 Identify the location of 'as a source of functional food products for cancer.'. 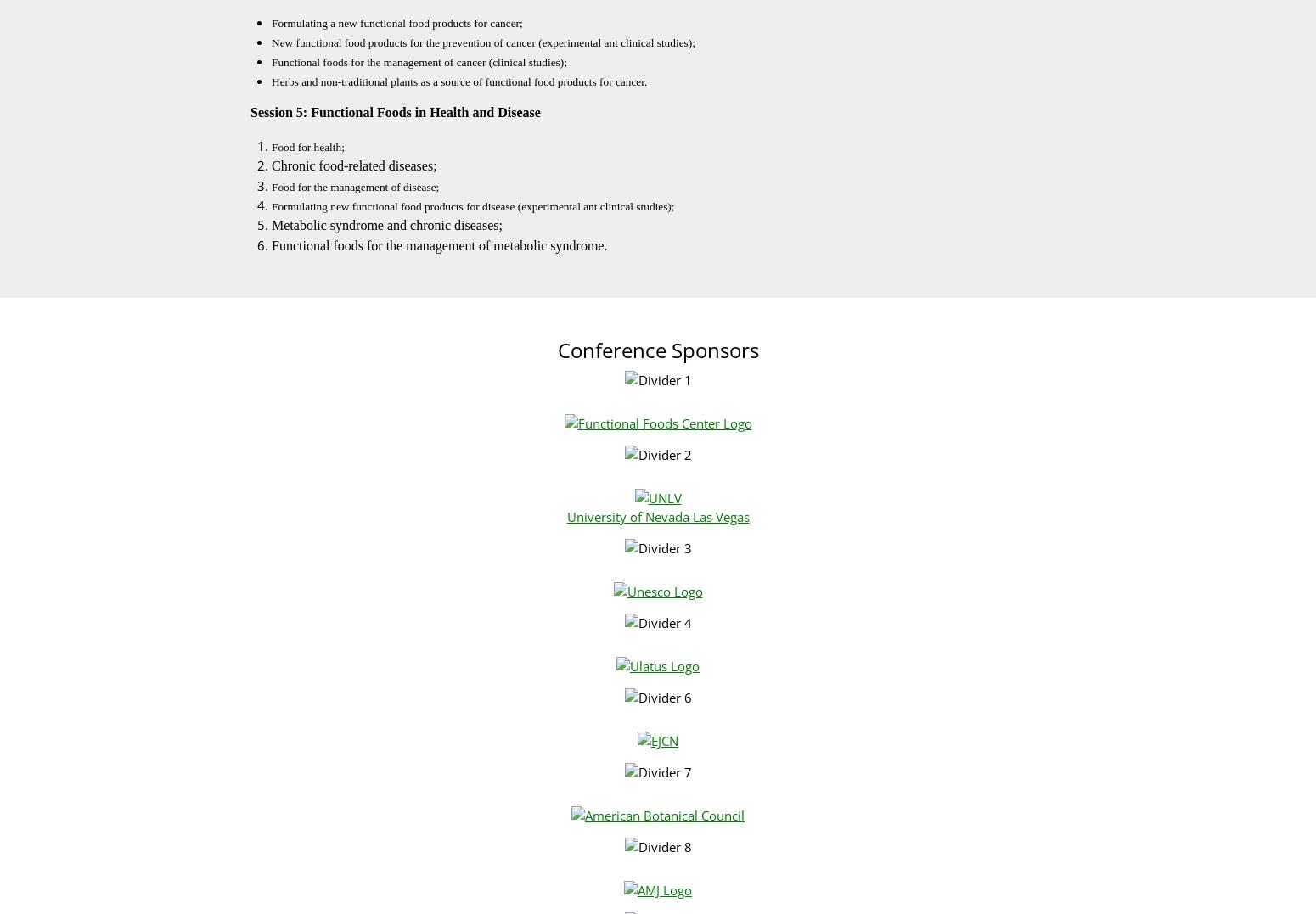
(532, 81).